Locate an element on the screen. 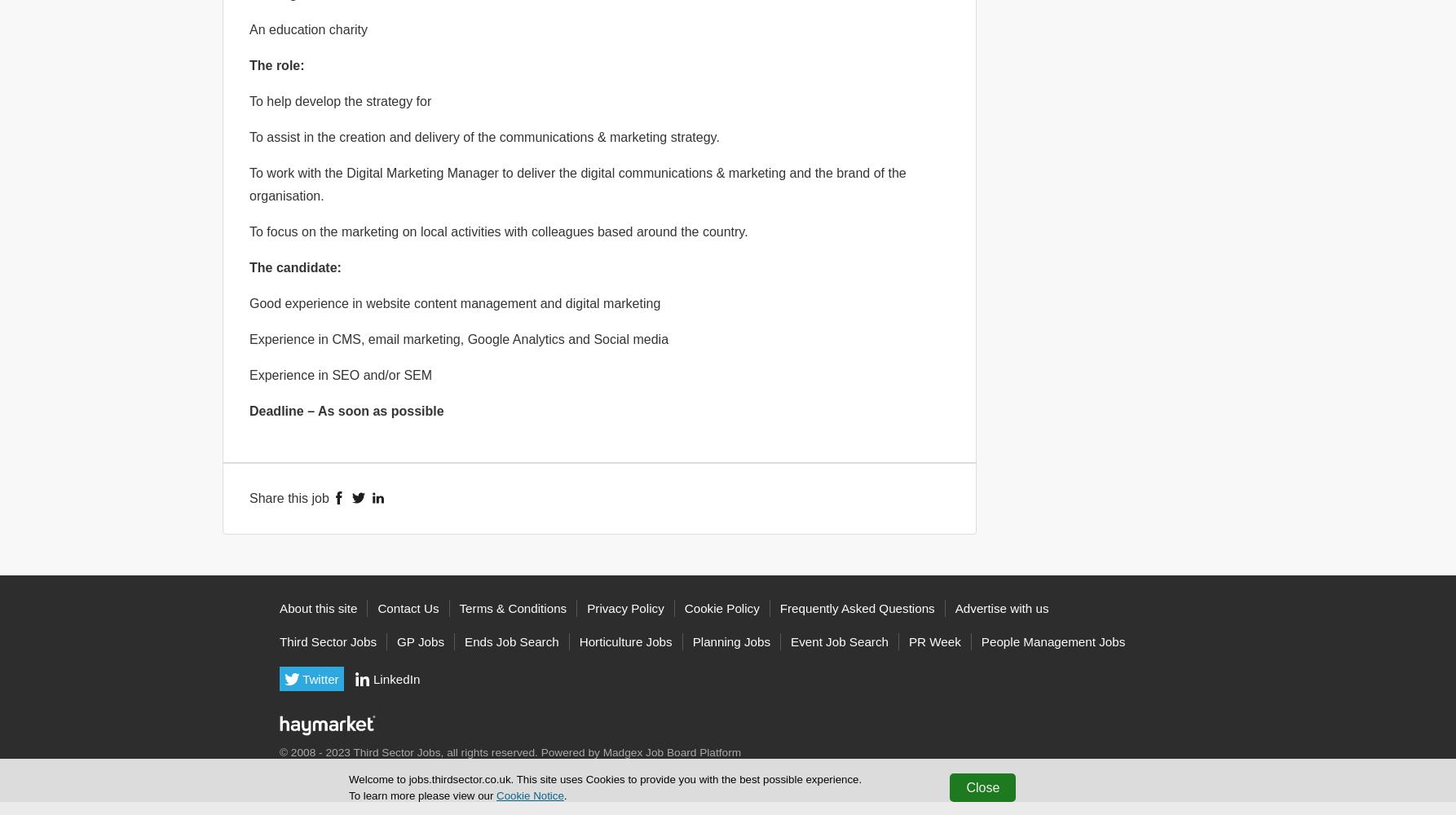 The image size is (1456, 815). 'To work with the Digital Marketing Manager to deliver the digital communications & marketing and the brand of the organisation.' is located at coordinates (577, 183).